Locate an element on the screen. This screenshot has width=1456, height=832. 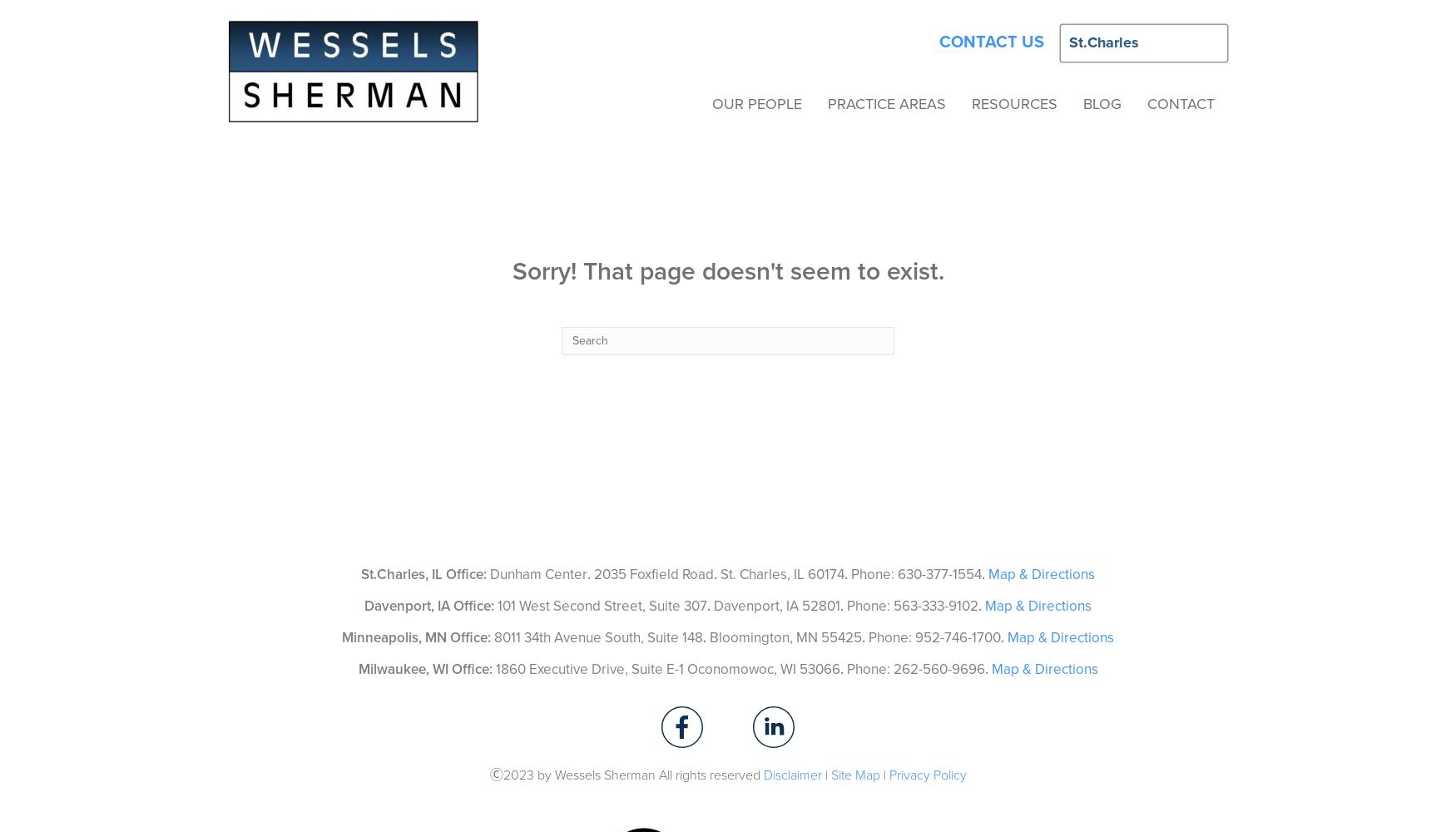
'Bloomington, MN 55425' is located at coordinates (709, 636).